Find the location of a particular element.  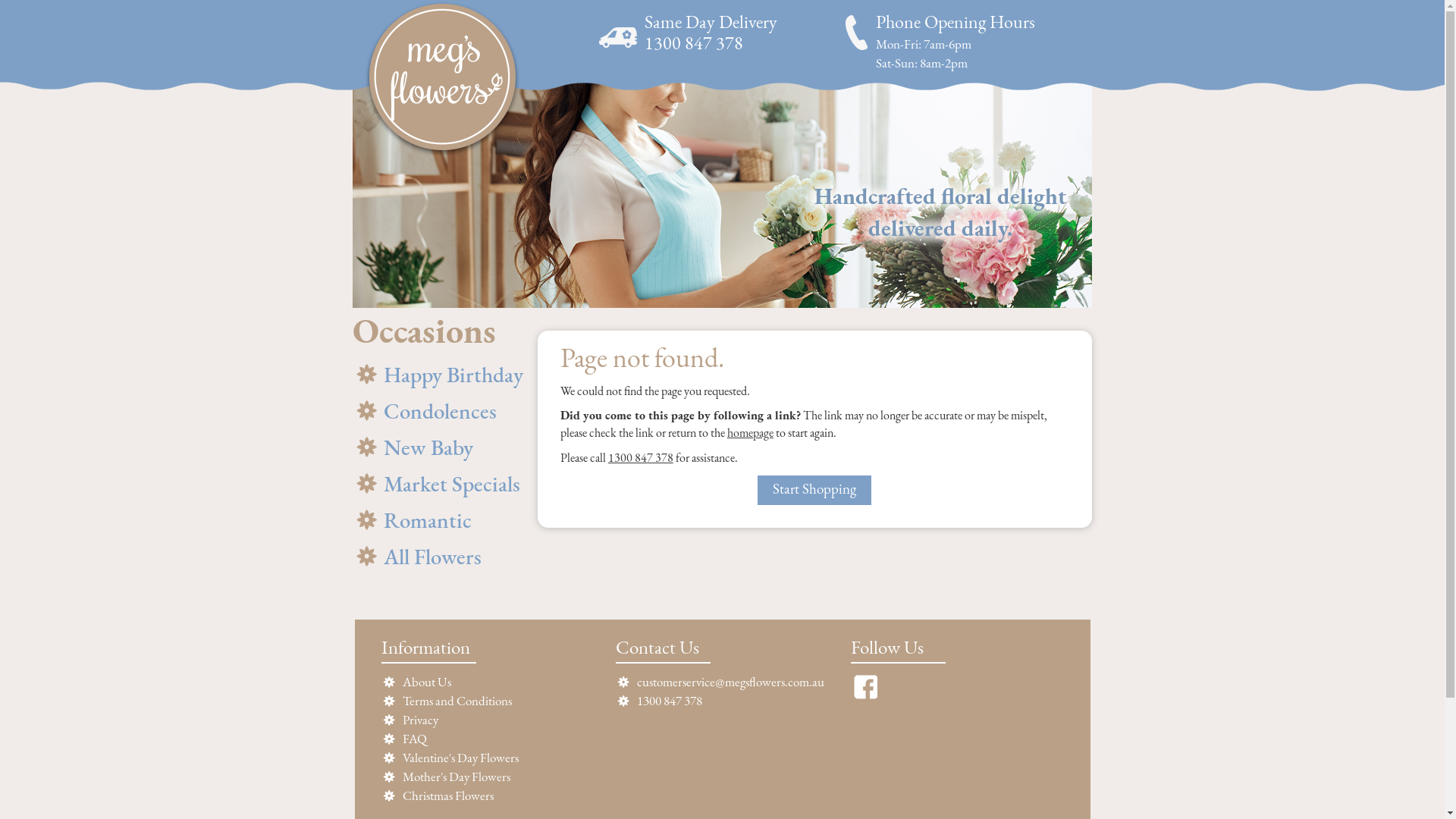

'Romantic' is located at coordinates (352, 519).